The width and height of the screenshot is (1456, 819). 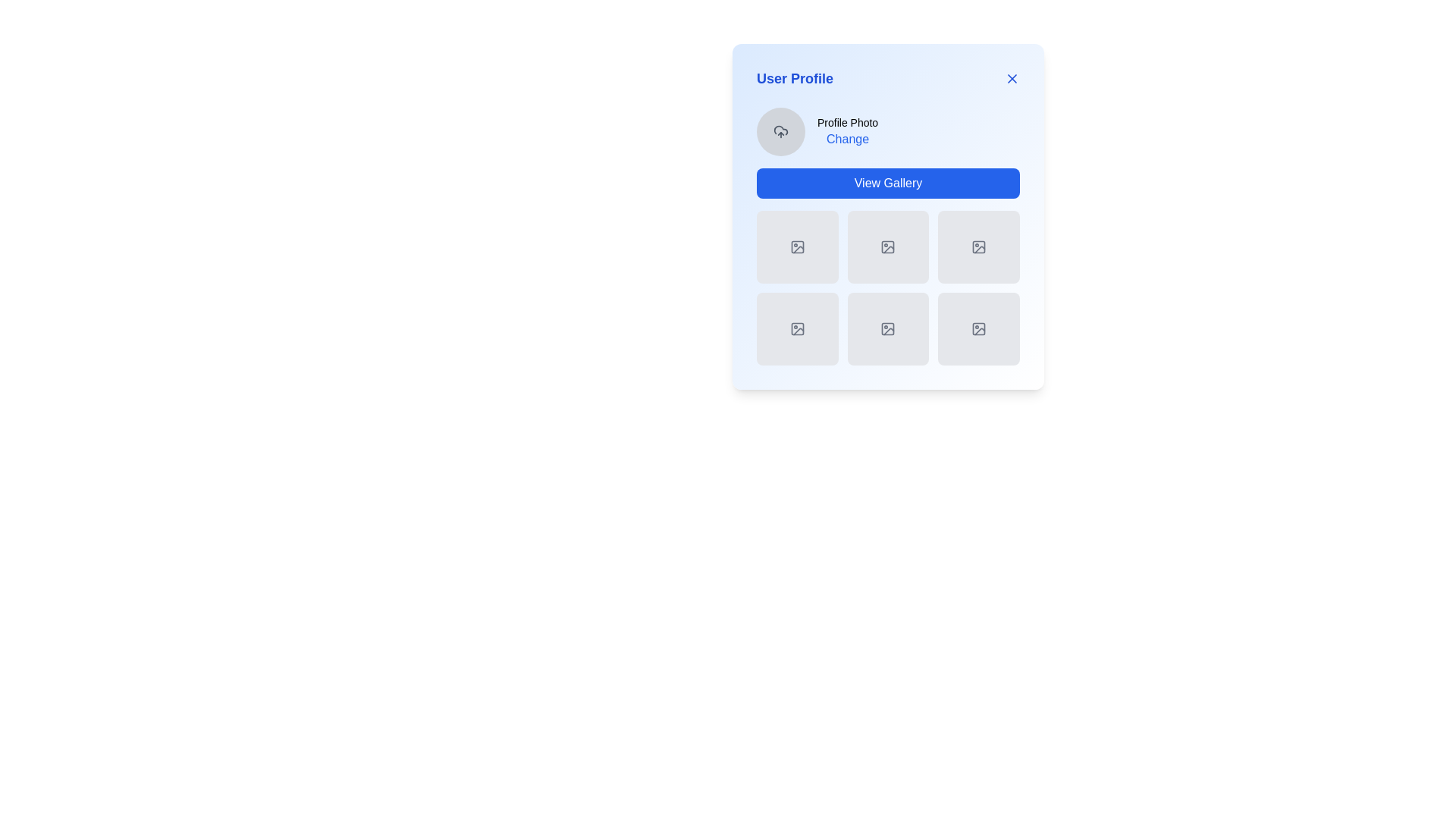 I want to click on the lower-right icon in the 3x2 grid of image placeholders on the blue-tinted user profile card, so click(x=979, y=328).